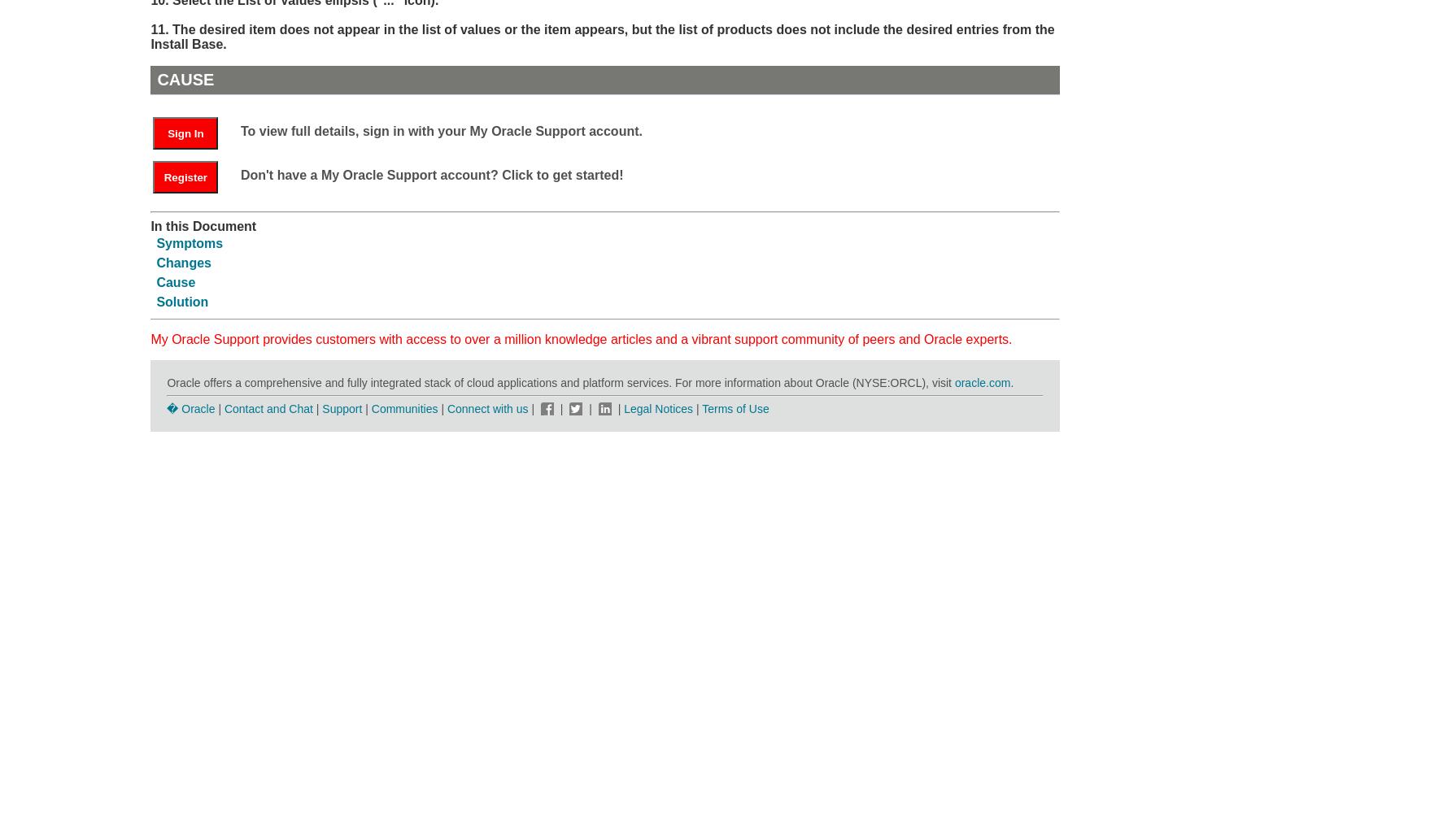  I want to click on 'To view full details, sign in with your My Oracle Support account.', so click(440, 130).